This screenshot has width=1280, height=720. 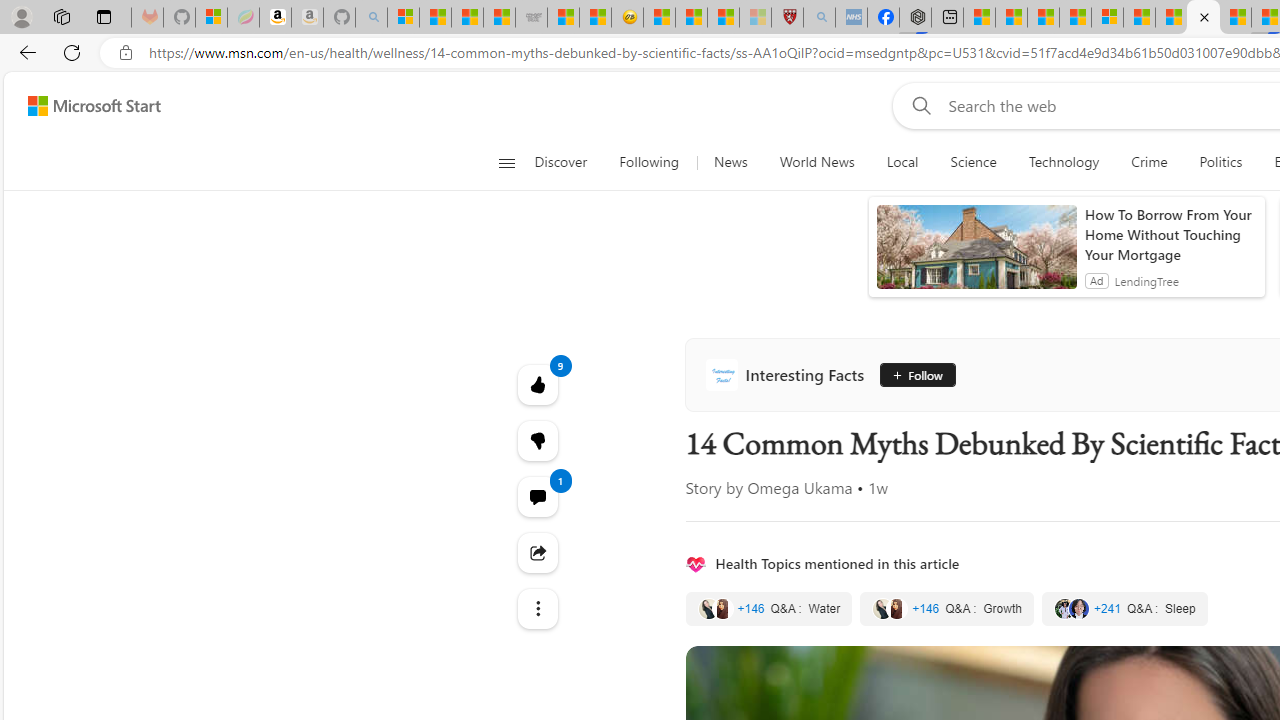 I want to click on 'Skip to footer', so click(x=81, y=105).